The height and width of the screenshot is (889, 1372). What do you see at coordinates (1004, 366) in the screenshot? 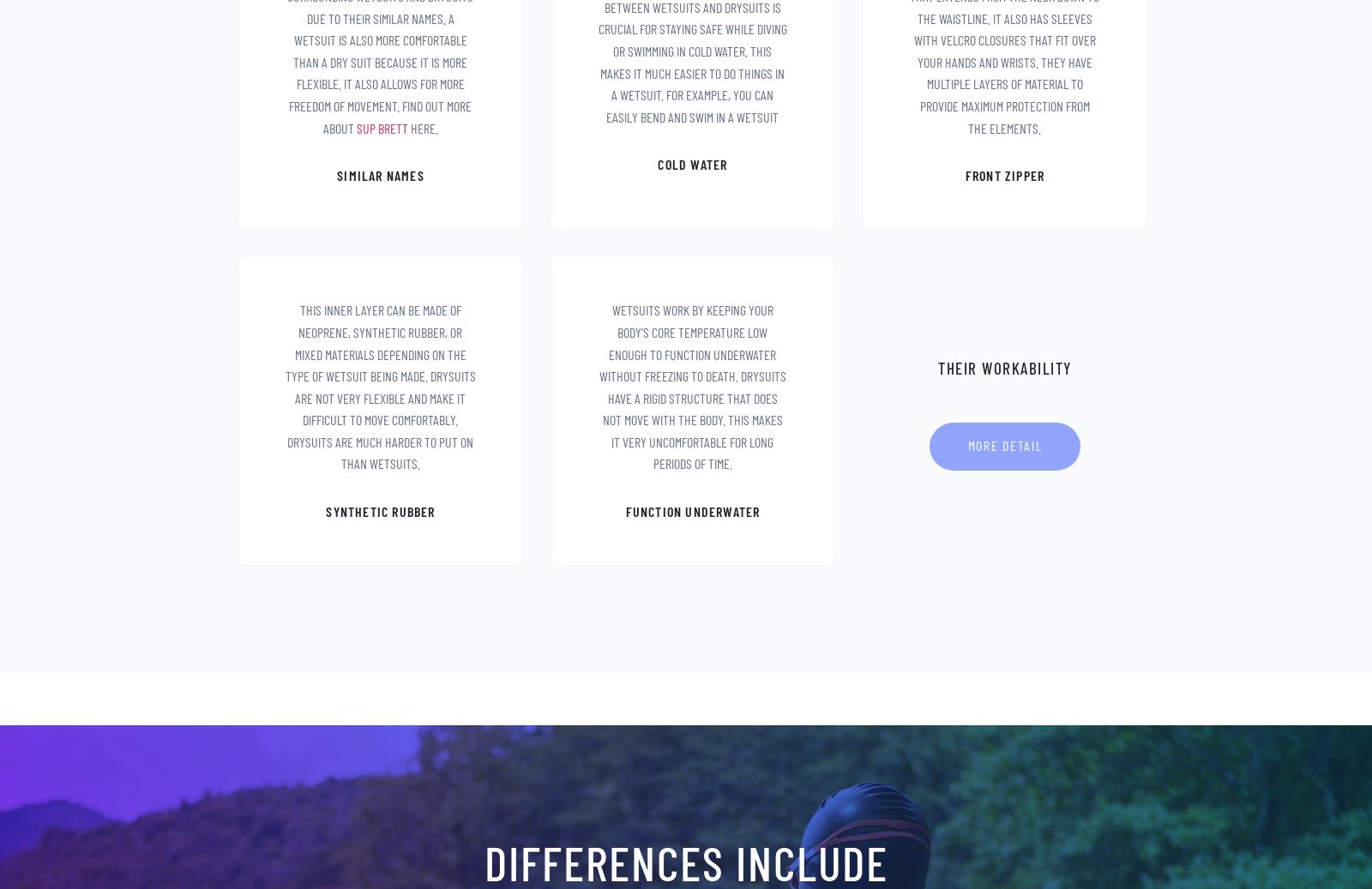
I see `'Their workability'` at bounding box center [1004, 366].